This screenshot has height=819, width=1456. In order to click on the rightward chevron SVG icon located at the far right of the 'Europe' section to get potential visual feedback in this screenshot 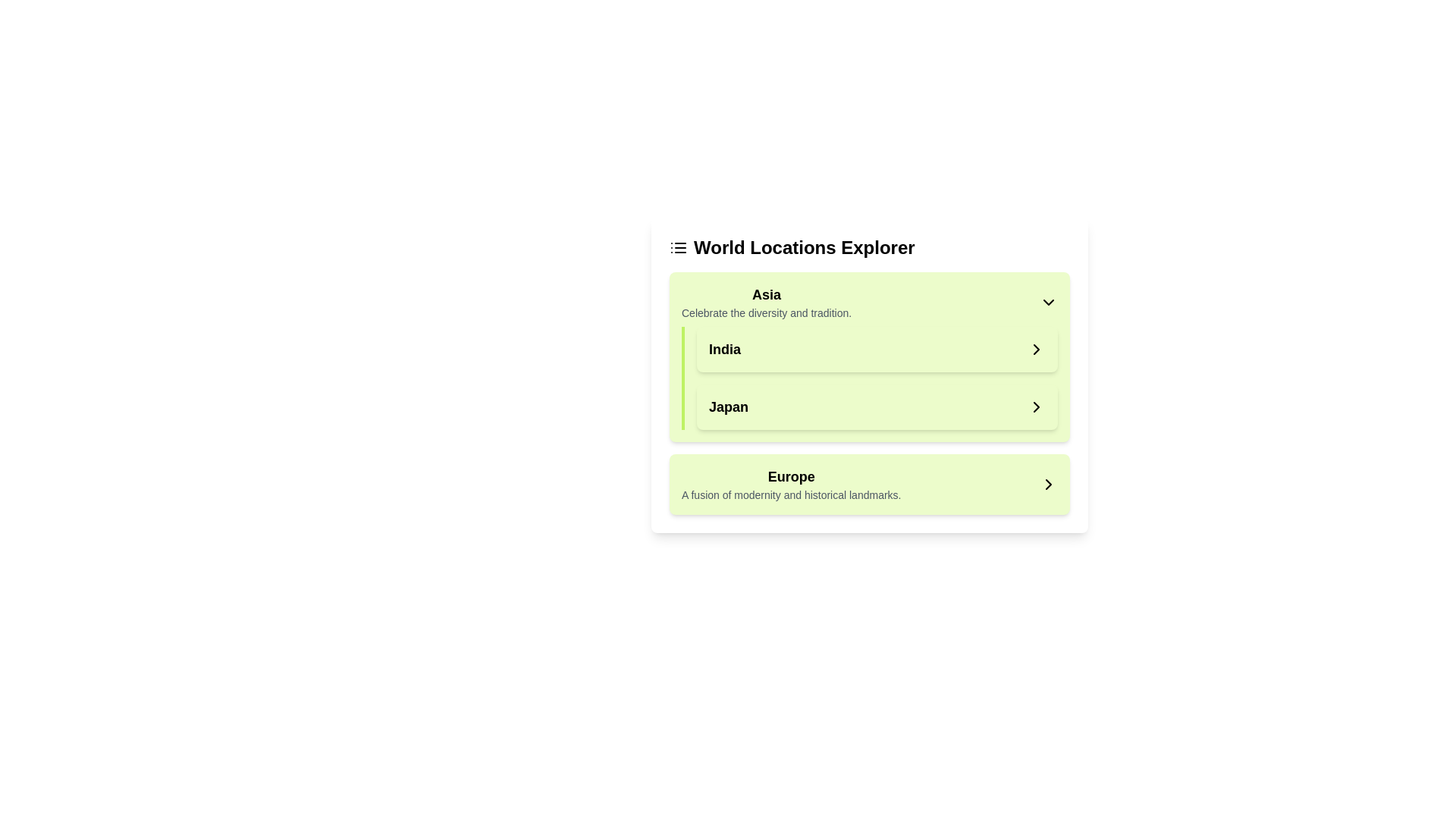, I will do `click(1047, 485)`.